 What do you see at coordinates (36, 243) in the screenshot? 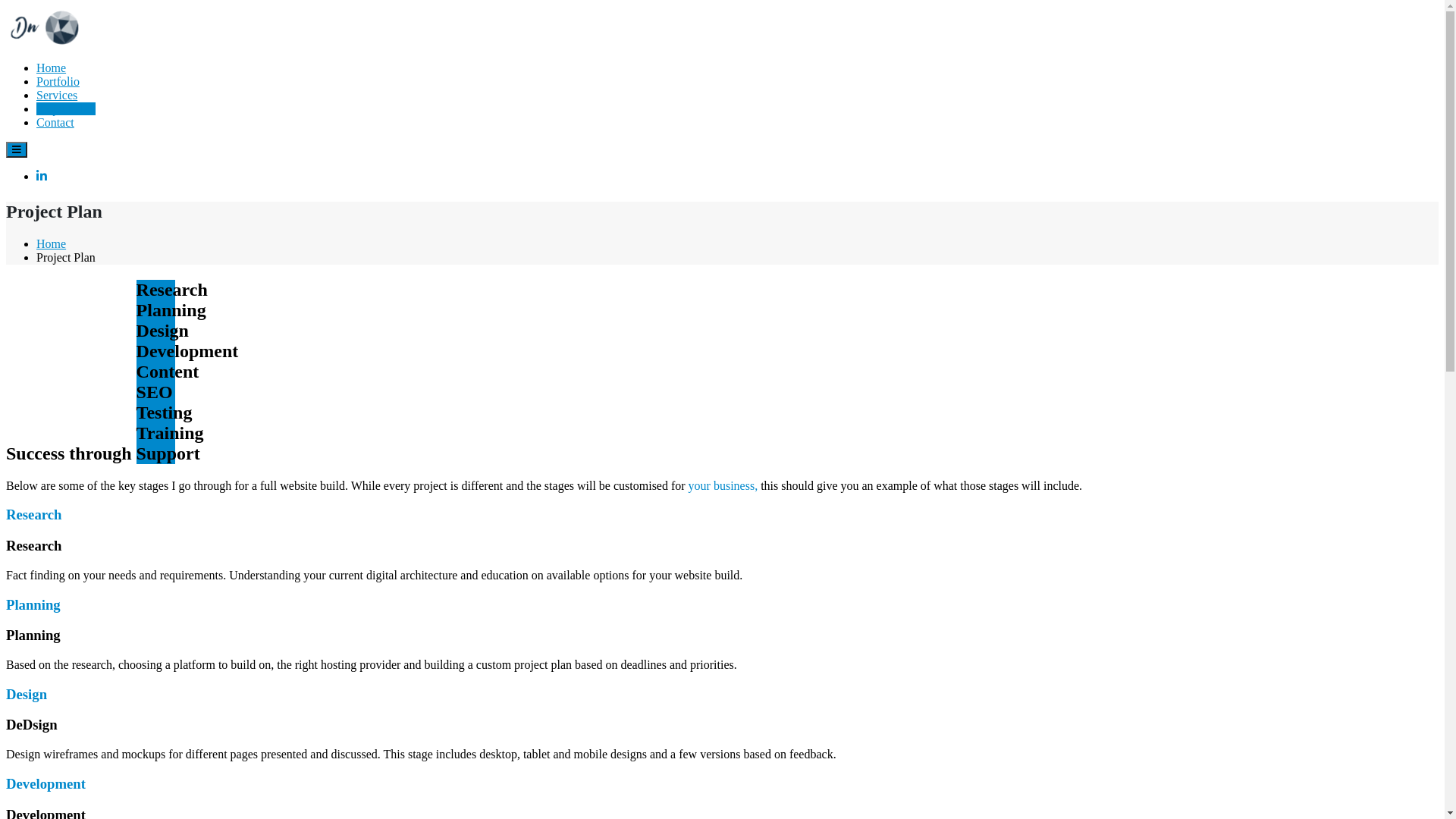
I see `'Home'` at bounding box center [36, 243].